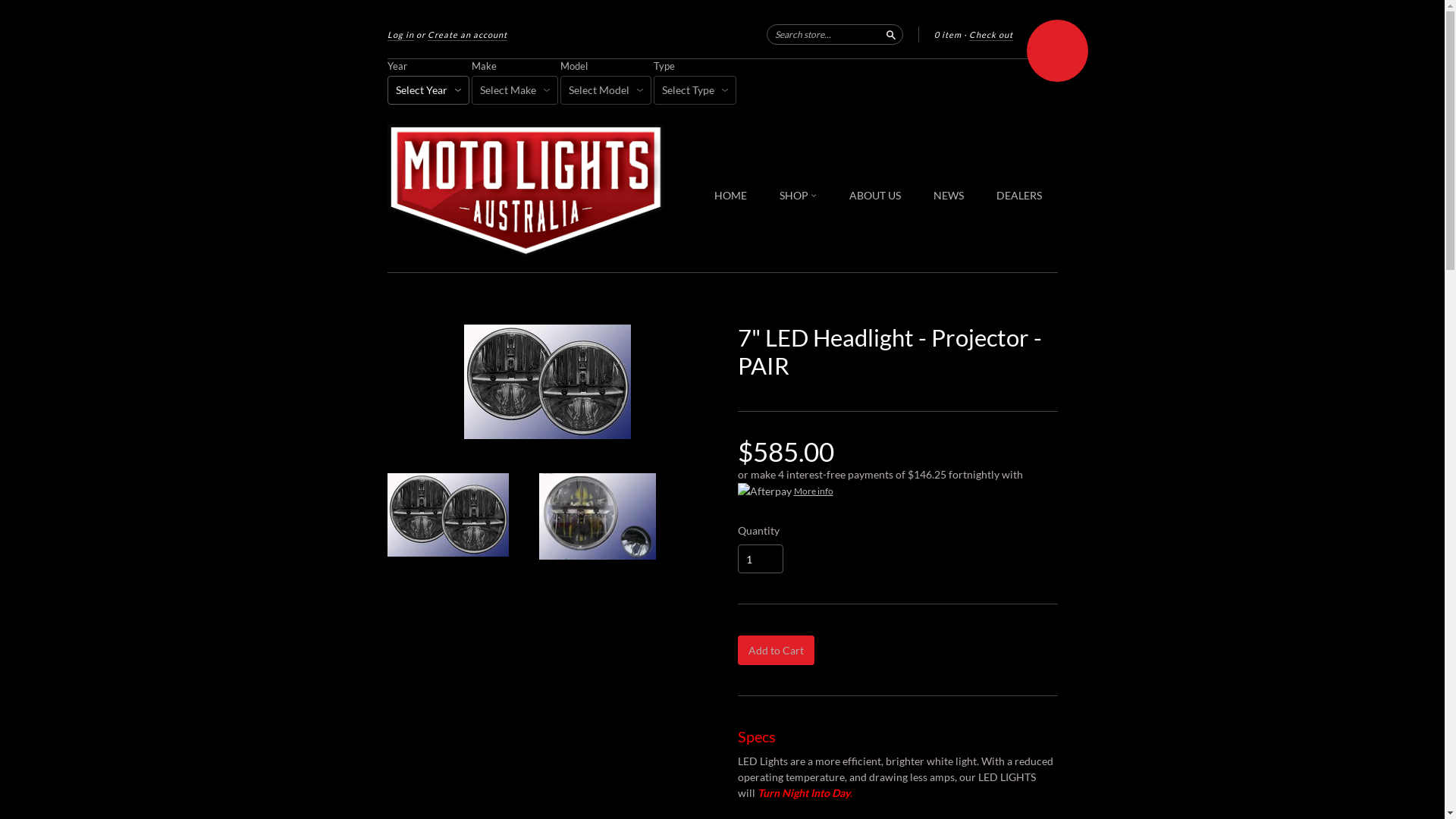  What do you see at coordinates (775, 649) in the screenshot?
I see `'Add to Cart'` at bounding box center [775, 649].